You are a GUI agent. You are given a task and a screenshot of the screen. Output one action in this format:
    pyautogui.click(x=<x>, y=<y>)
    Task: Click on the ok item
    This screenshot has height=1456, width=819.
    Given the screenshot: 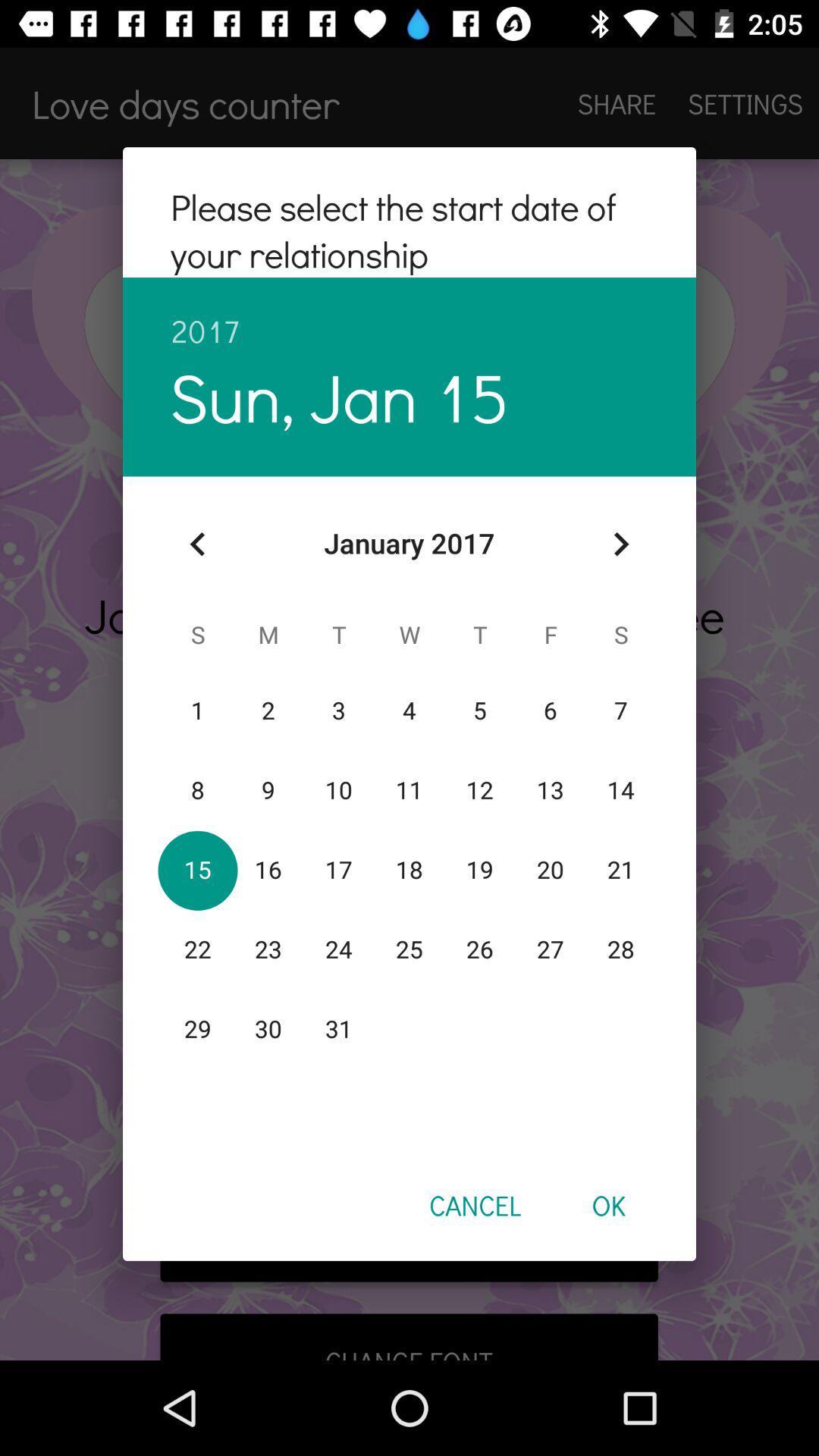 What is the action you would take?
    pyautogui.click(x=607, y=1204)
    